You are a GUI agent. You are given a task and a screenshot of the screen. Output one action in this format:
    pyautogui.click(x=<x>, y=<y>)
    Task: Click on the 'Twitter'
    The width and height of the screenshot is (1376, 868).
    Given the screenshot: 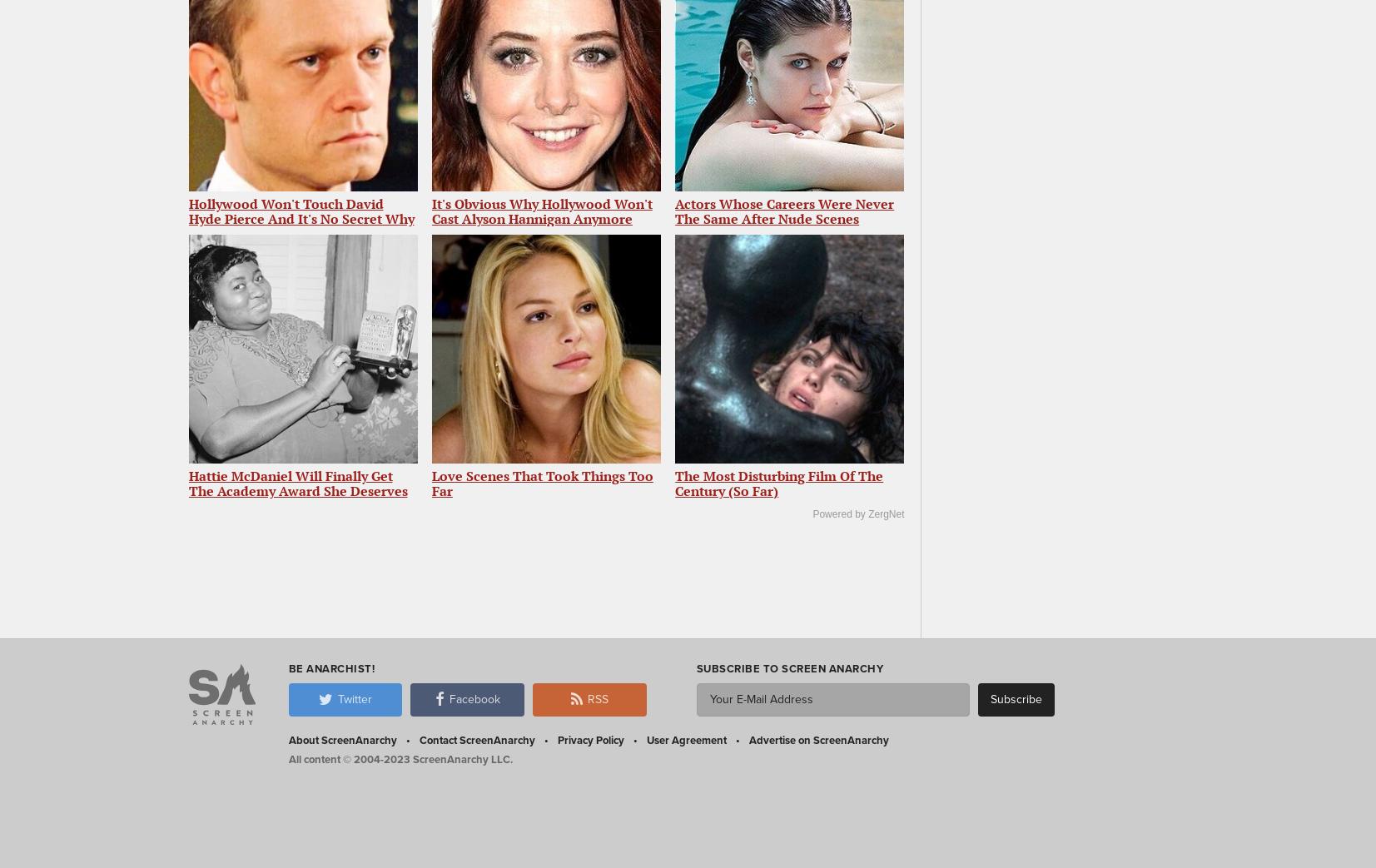 What is the action you would take?
    pyautogui.click(x=353, y=698)
    